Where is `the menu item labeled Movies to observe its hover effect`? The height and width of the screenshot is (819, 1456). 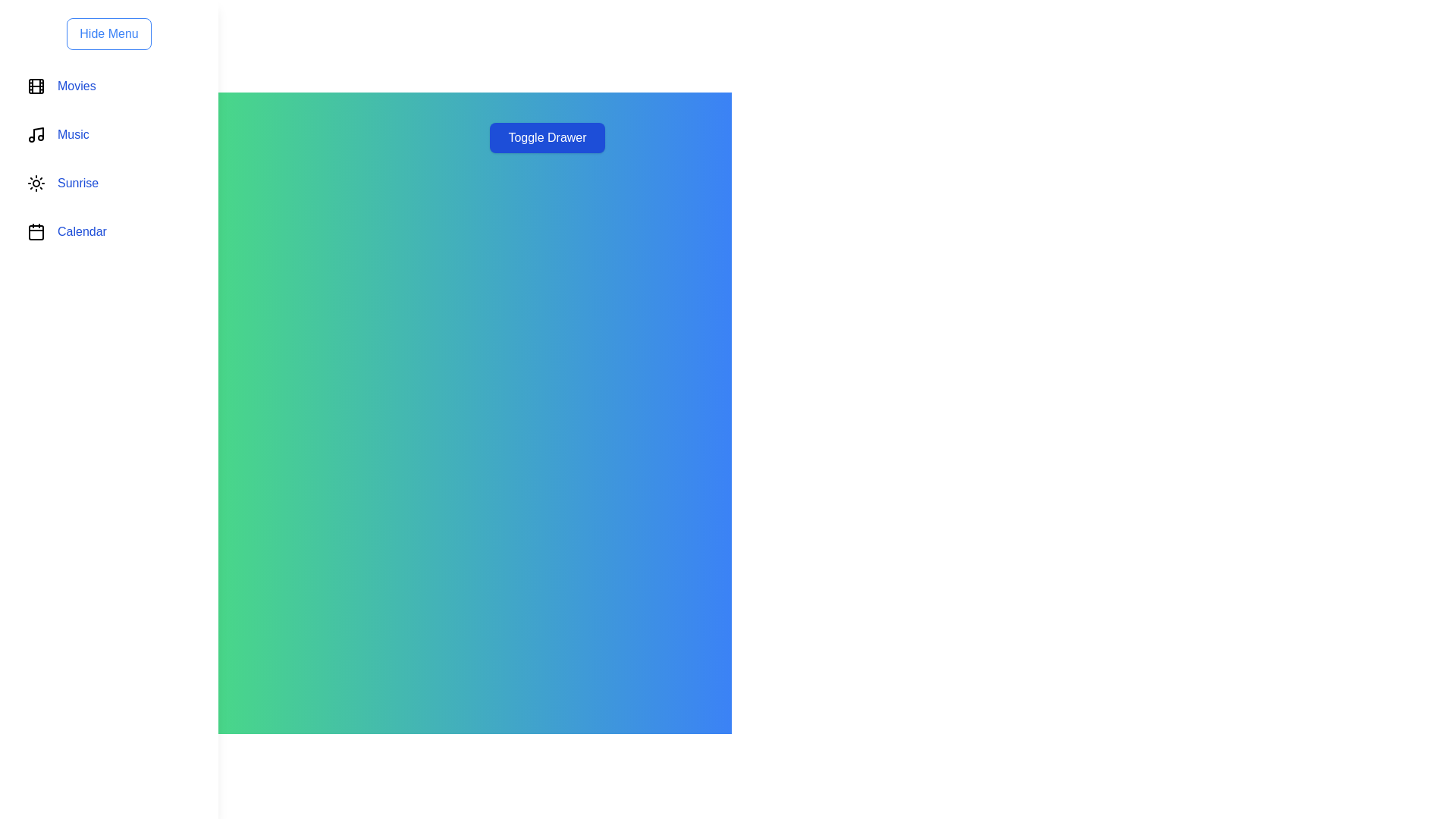
the menu item labeled Movies to observe its hover effect is located at coordinates (108, 86).